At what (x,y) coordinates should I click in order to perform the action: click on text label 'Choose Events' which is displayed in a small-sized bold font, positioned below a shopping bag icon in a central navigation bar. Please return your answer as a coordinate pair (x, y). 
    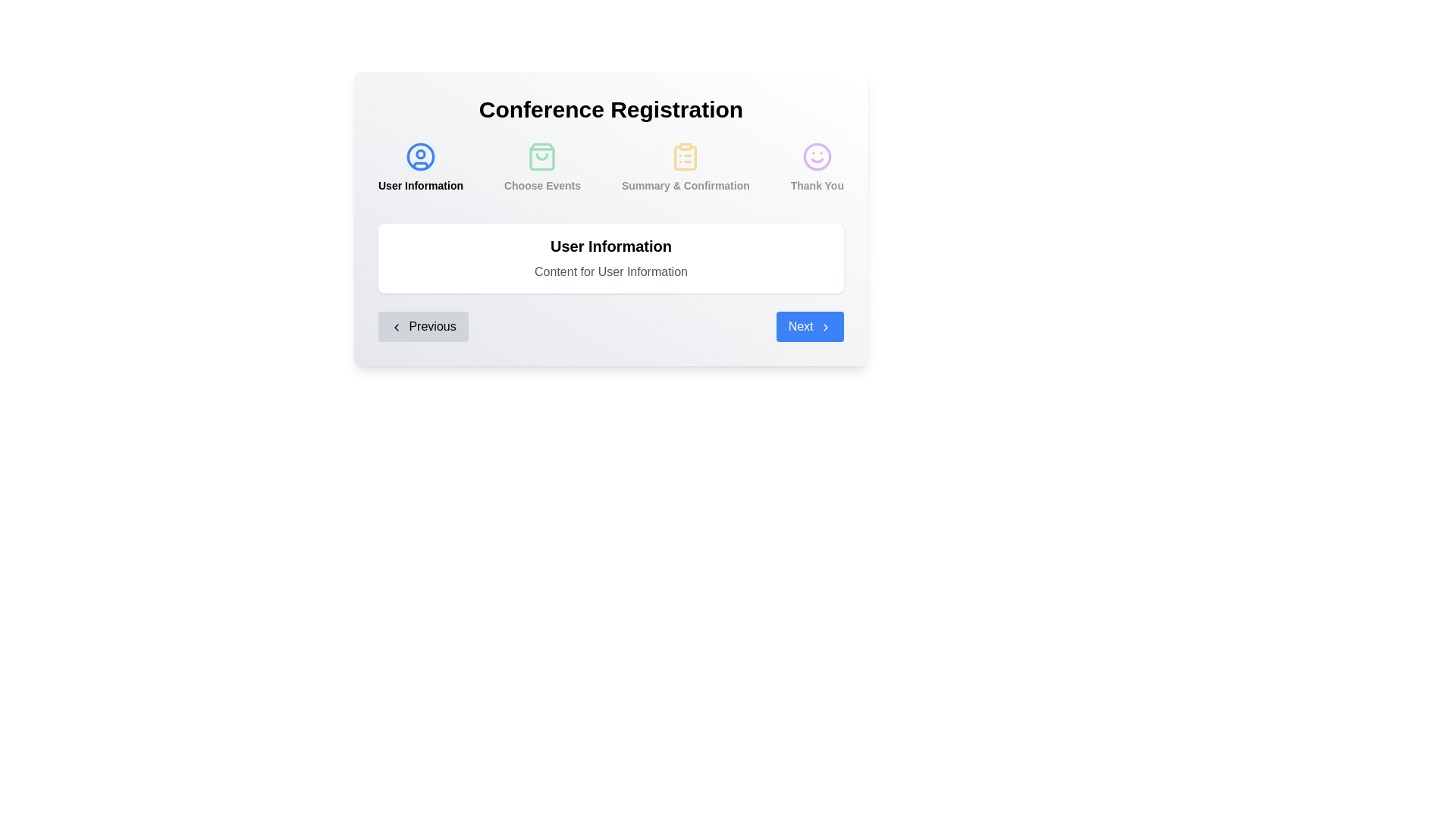
    Looking at the image, I should click on (542, 185).